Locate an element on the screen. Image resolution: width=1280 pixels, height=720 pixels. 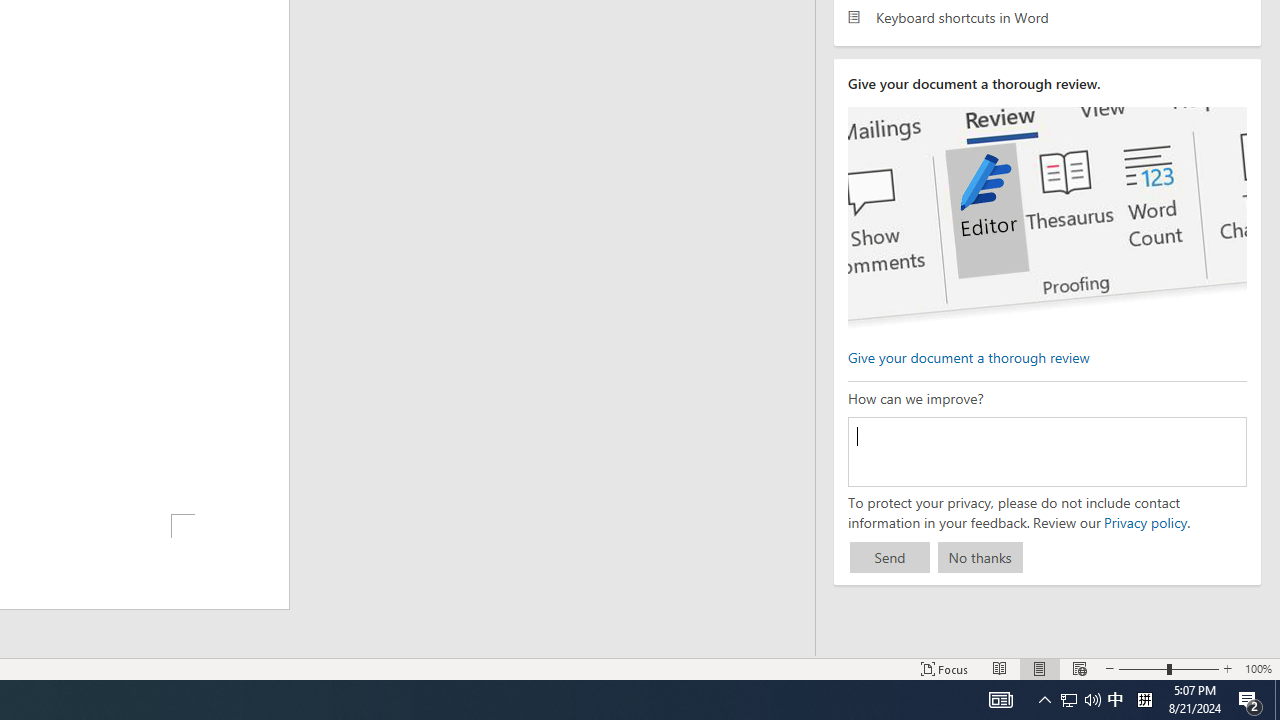
'Privacy policy' is located at coordinates (1144, 521).